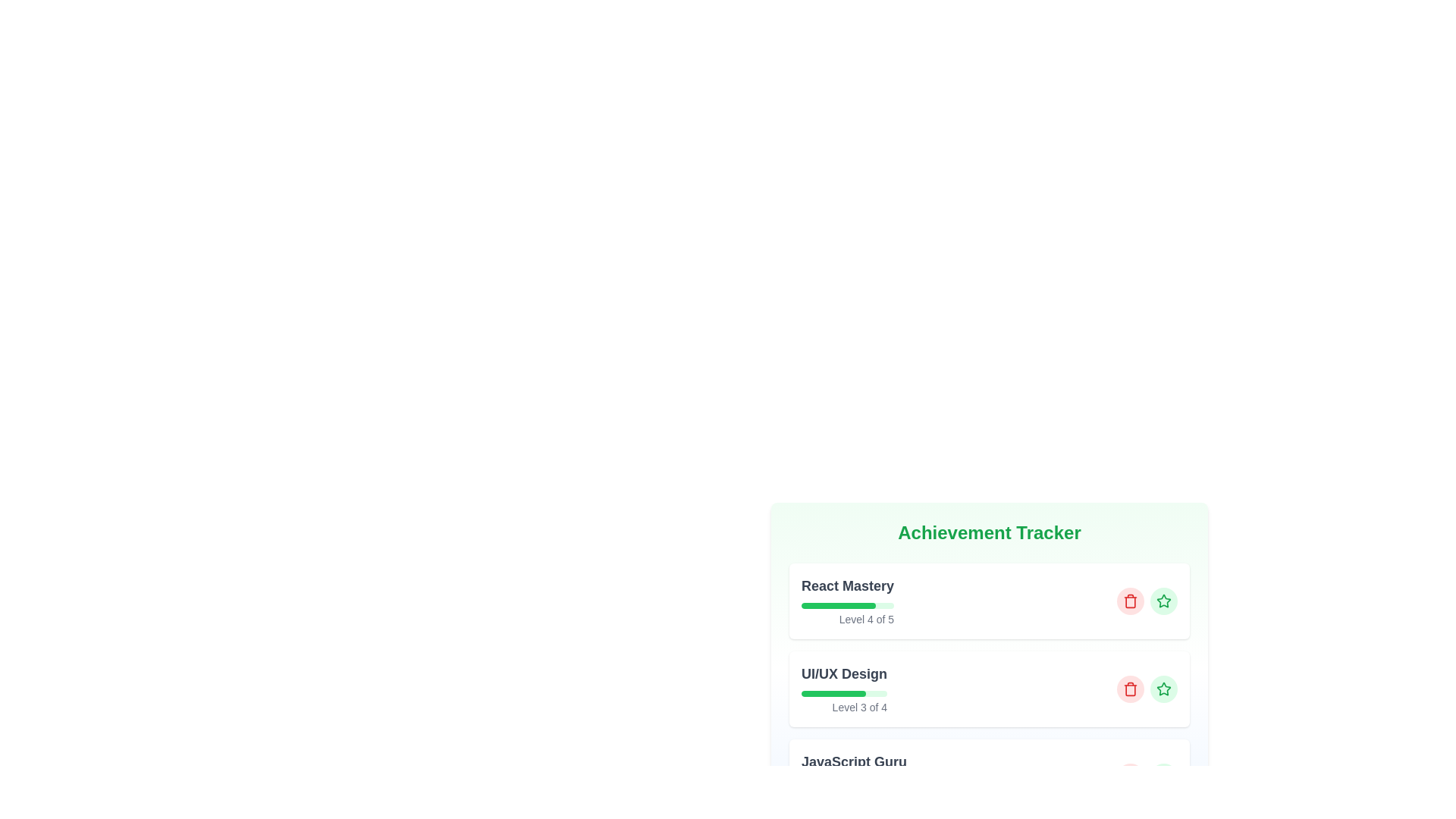  I want to click on the delete button located to the left of the green circular button with a star icon in the Achievement Tracker section, so click(1131, 689).